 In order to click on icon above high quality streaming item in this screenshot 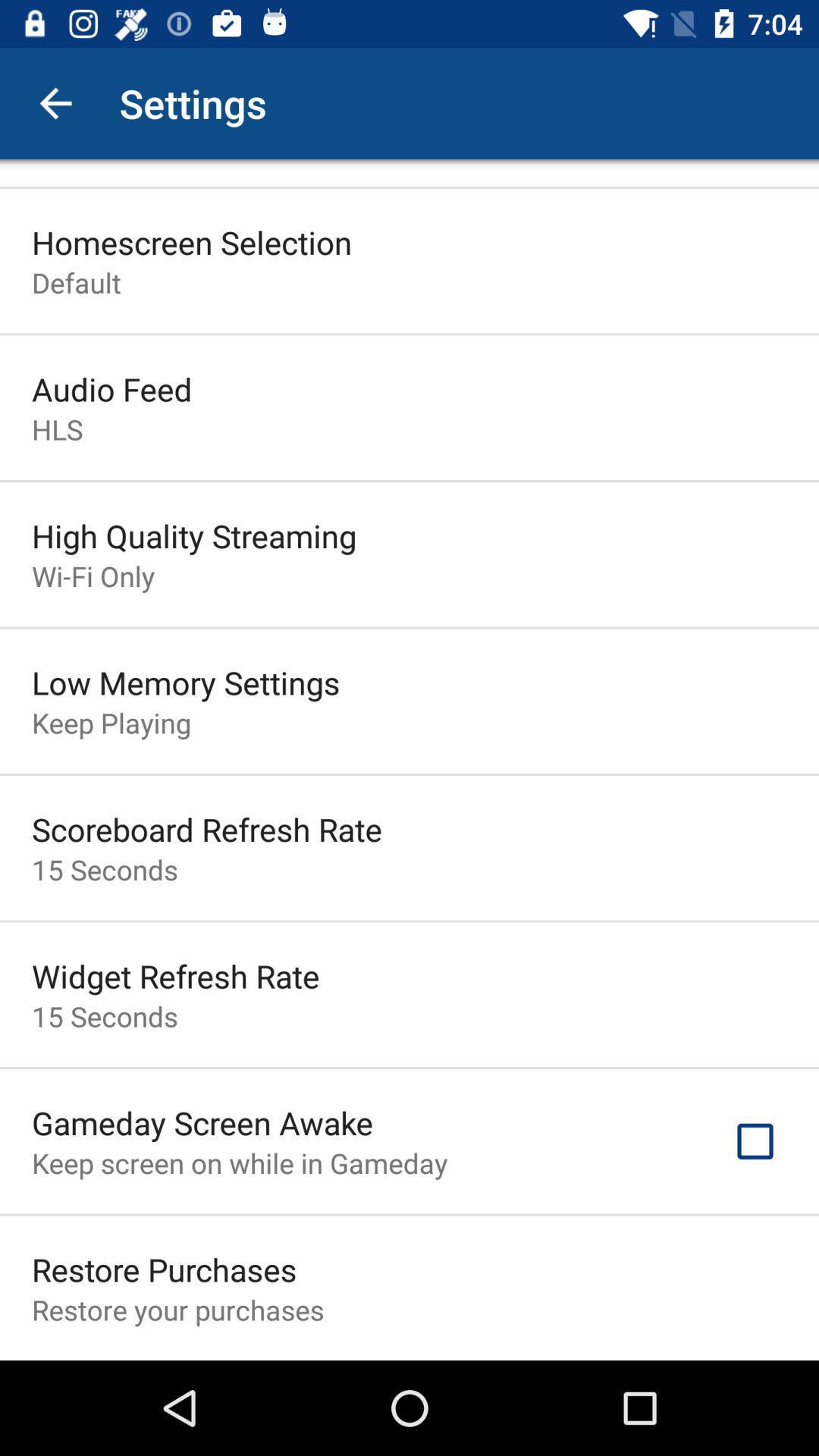, I will do `click(56, 428)`.